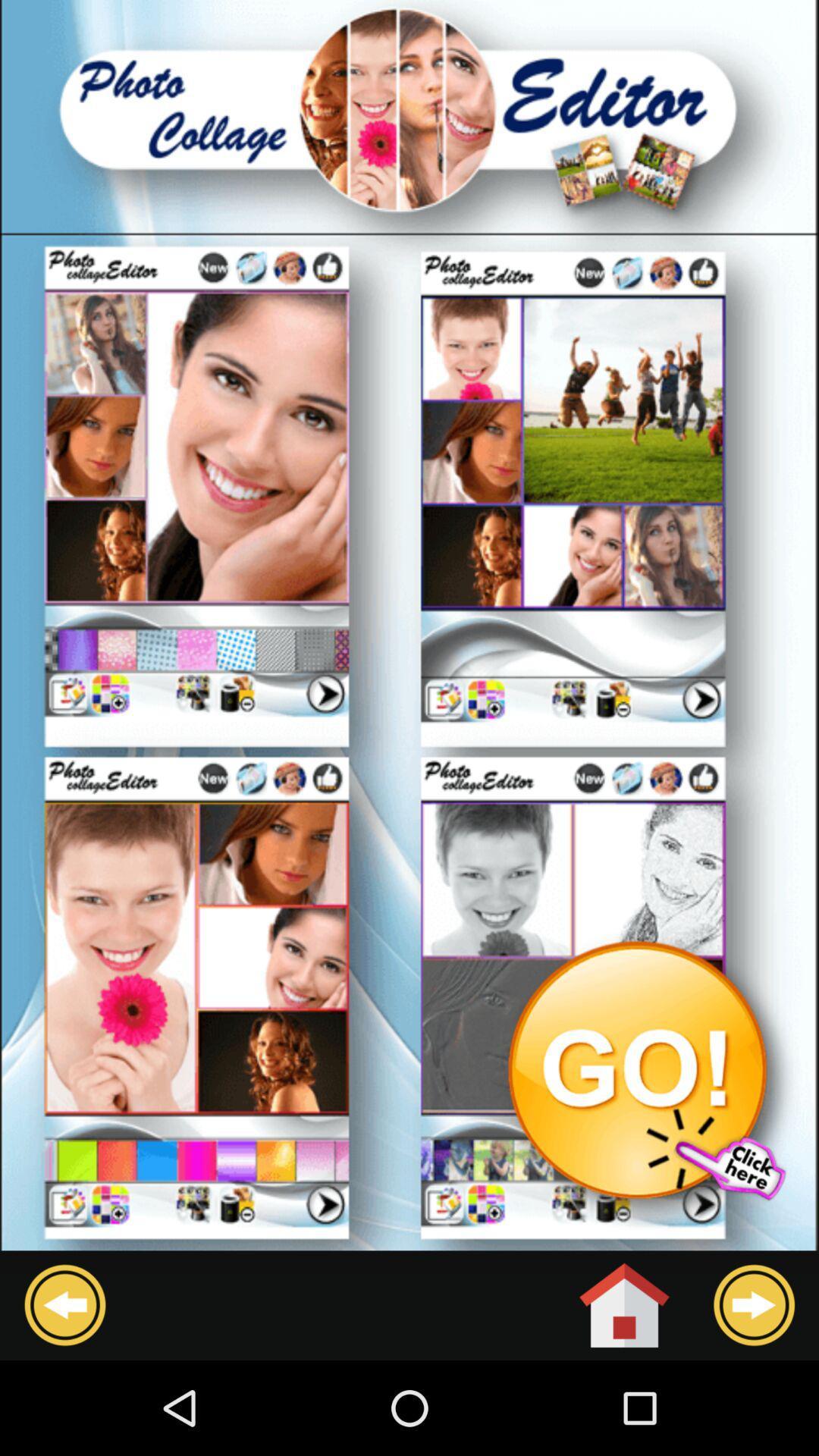 This screenshot has width=819, height=1456. I want to click on the home icon, so click(624, 1396).